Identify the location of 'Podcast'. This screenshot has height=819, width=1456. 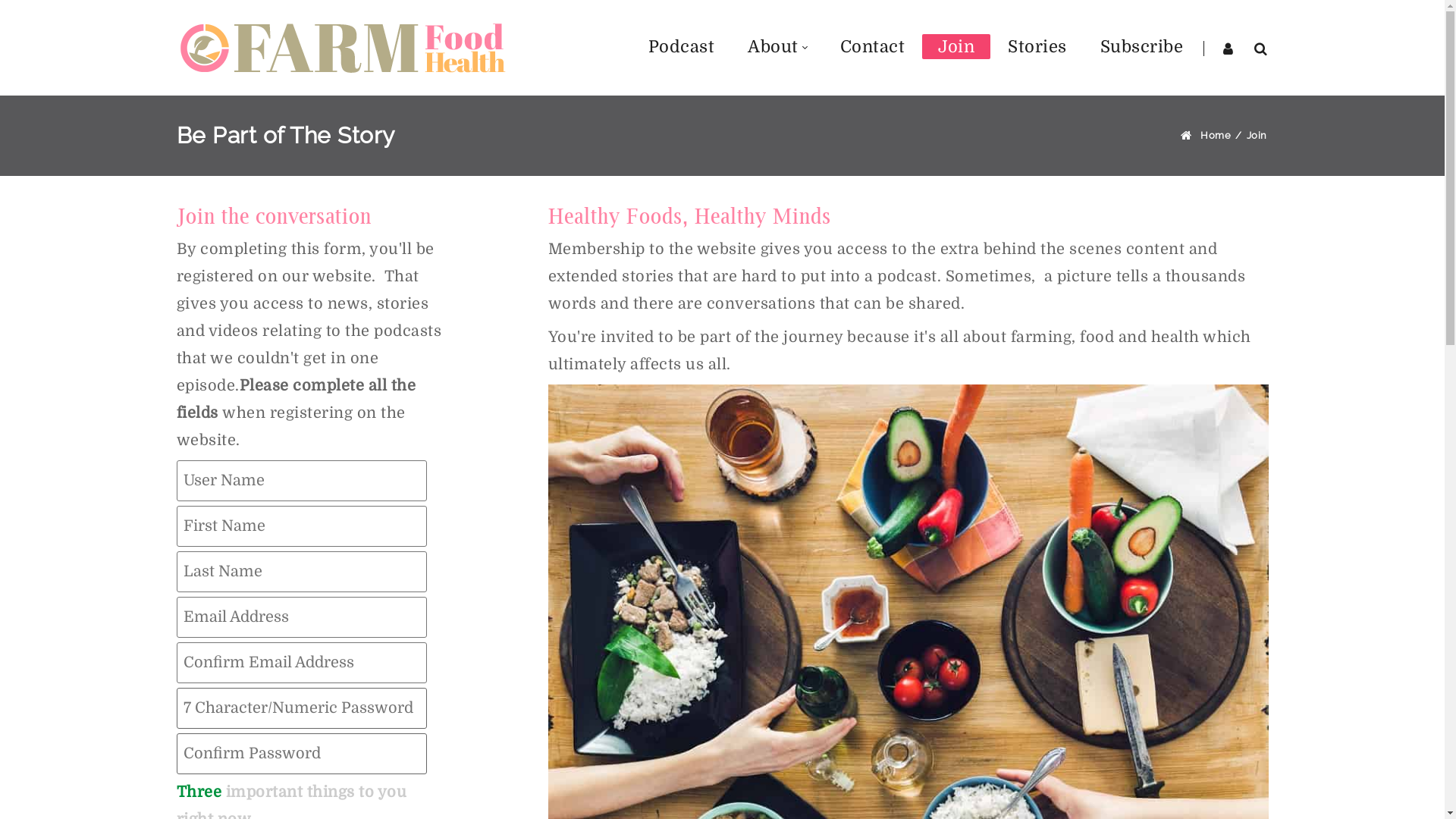
(680, 45).